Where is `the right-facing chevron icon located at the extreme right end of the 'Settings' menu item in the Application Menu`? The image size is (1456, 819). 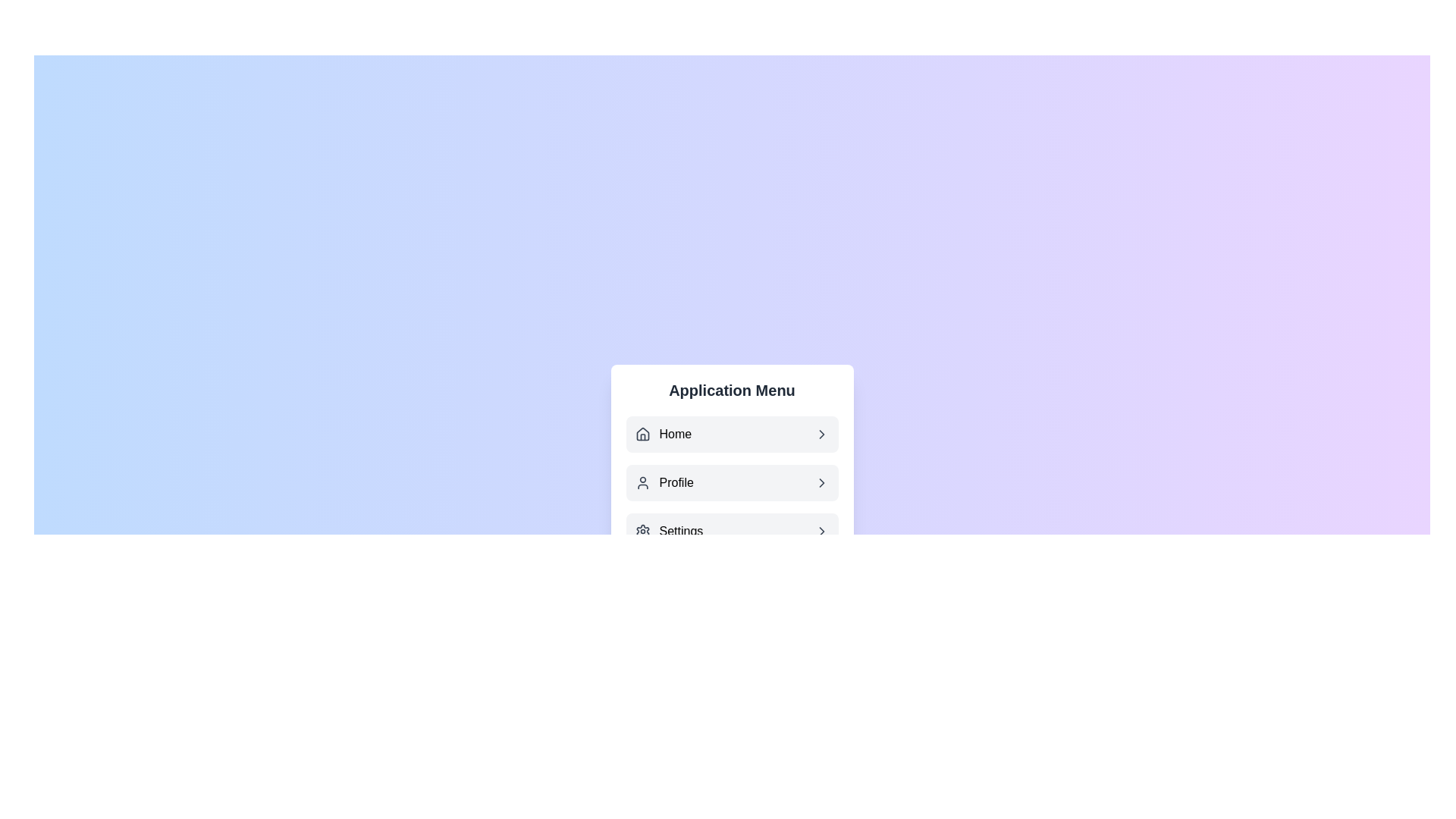
the right-facing chevron icon located at the extreme right end of the 'Settings' menu item in the Application Menu is located at coordinates (821, 531).